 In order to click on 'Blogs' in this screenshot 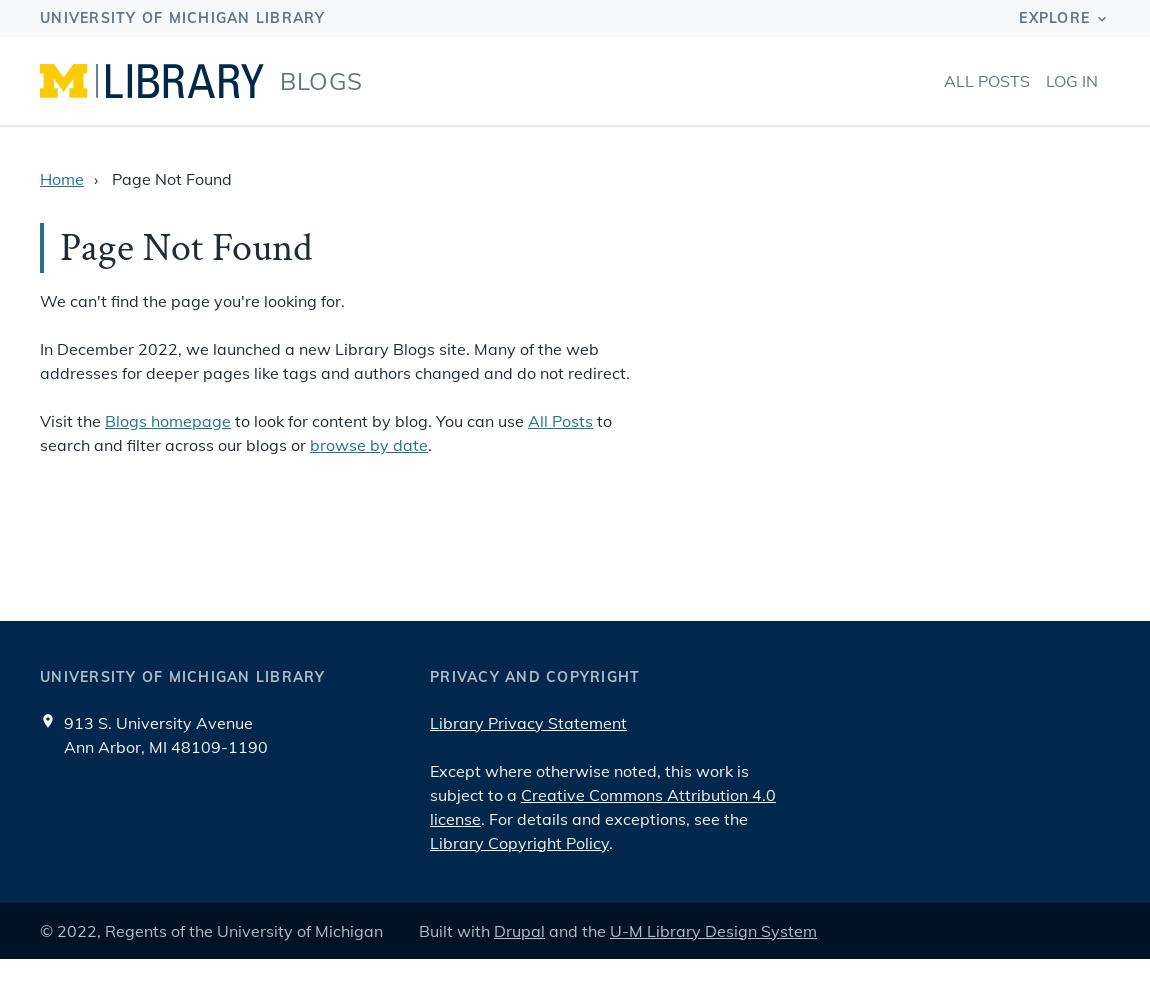, I will do `click(320, 79)`.